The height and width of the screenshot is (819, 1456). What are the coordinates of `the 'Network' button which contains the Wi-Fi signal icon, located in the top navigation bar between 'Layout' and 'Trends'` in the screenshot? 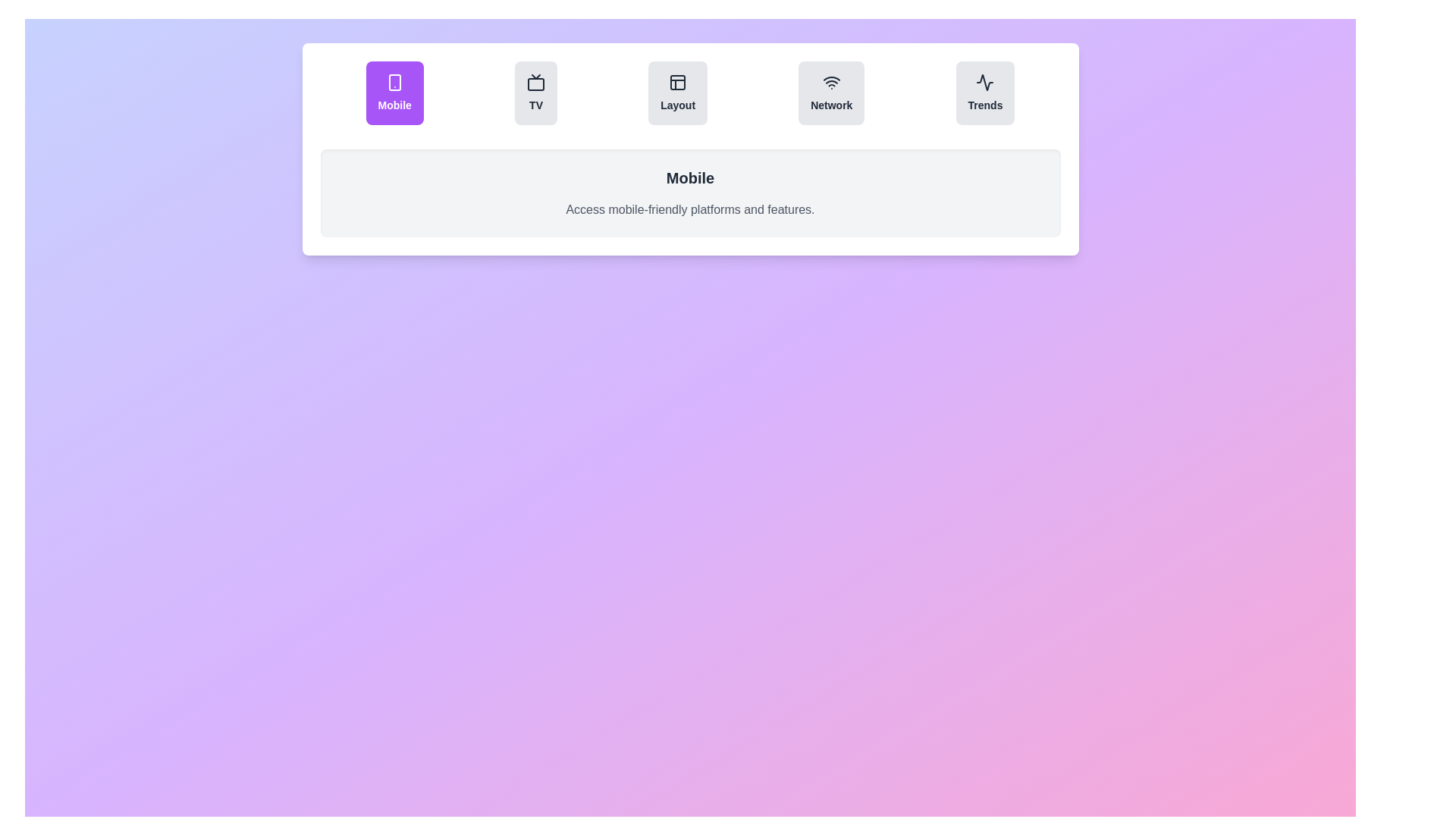 It's located at (830, 82).